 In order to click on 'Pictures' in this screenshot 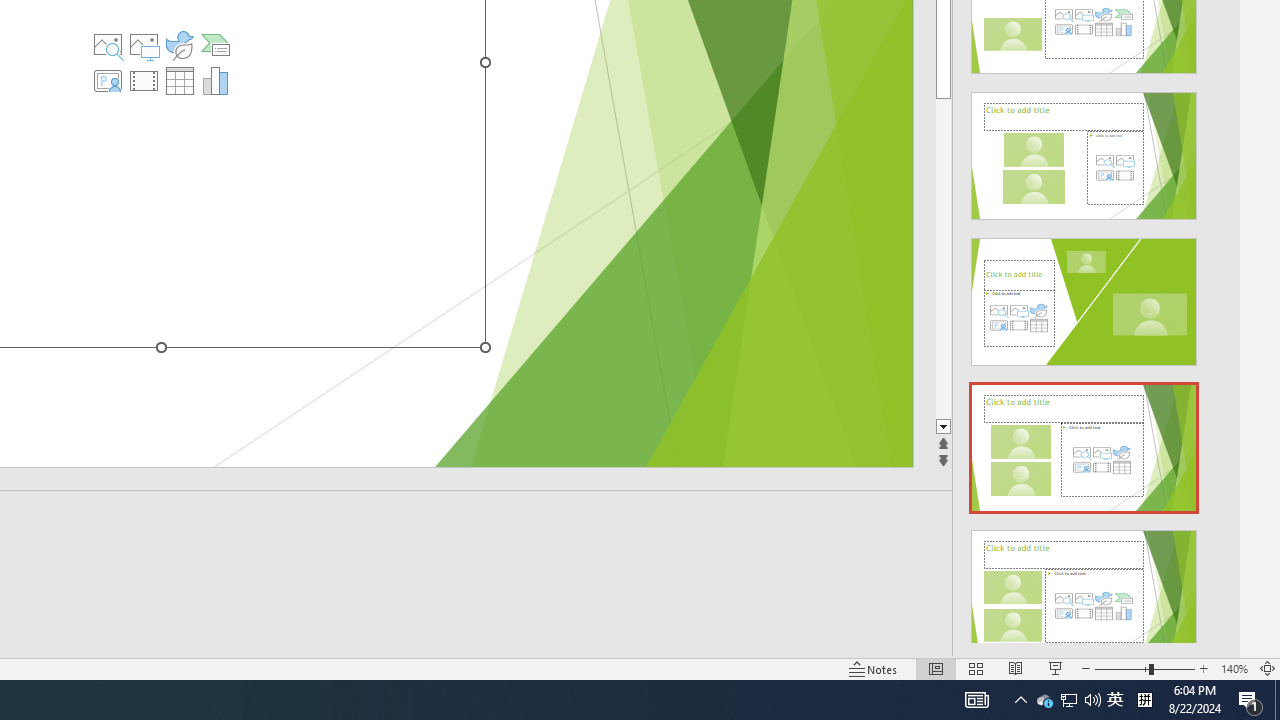, I will do `click(143, 45)`.